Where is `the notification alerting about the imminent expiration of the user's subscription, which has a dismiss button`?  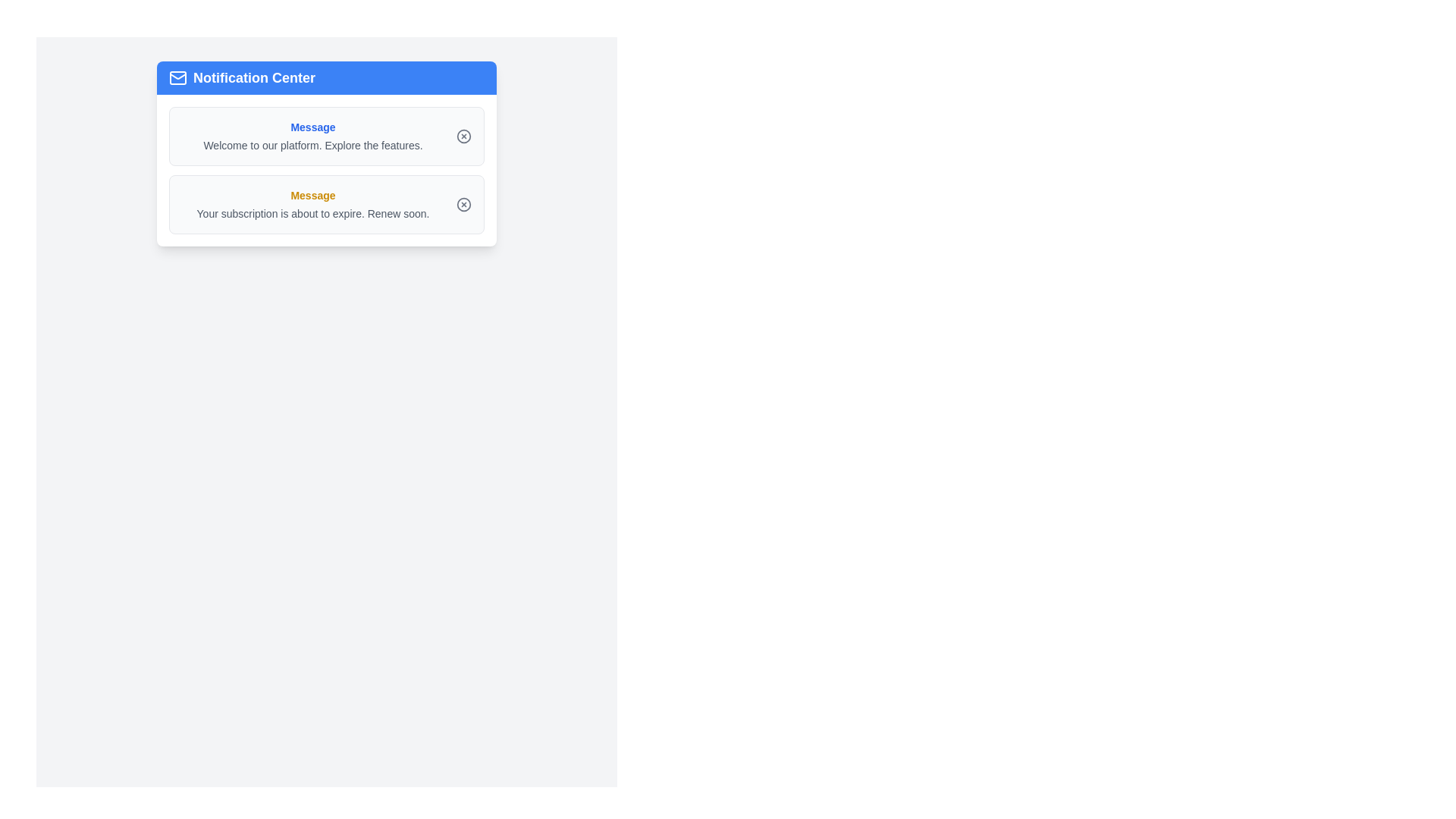 the notification alerting about the imminent expiration of the user's subscription, which has a dismiss button is located at coordinates (326, 205).